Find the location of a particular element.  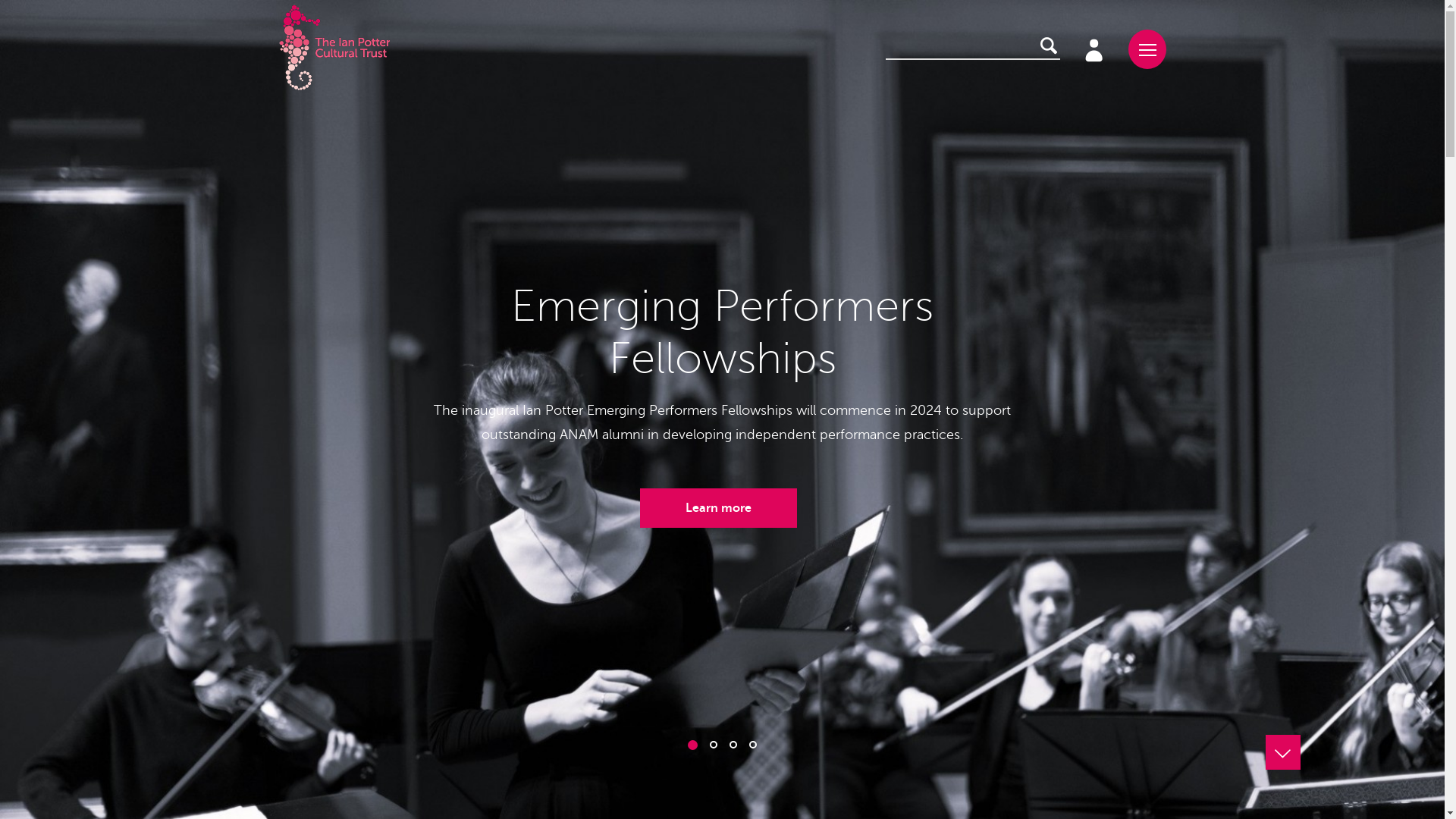

'1' is located at coordinates (692, 744).